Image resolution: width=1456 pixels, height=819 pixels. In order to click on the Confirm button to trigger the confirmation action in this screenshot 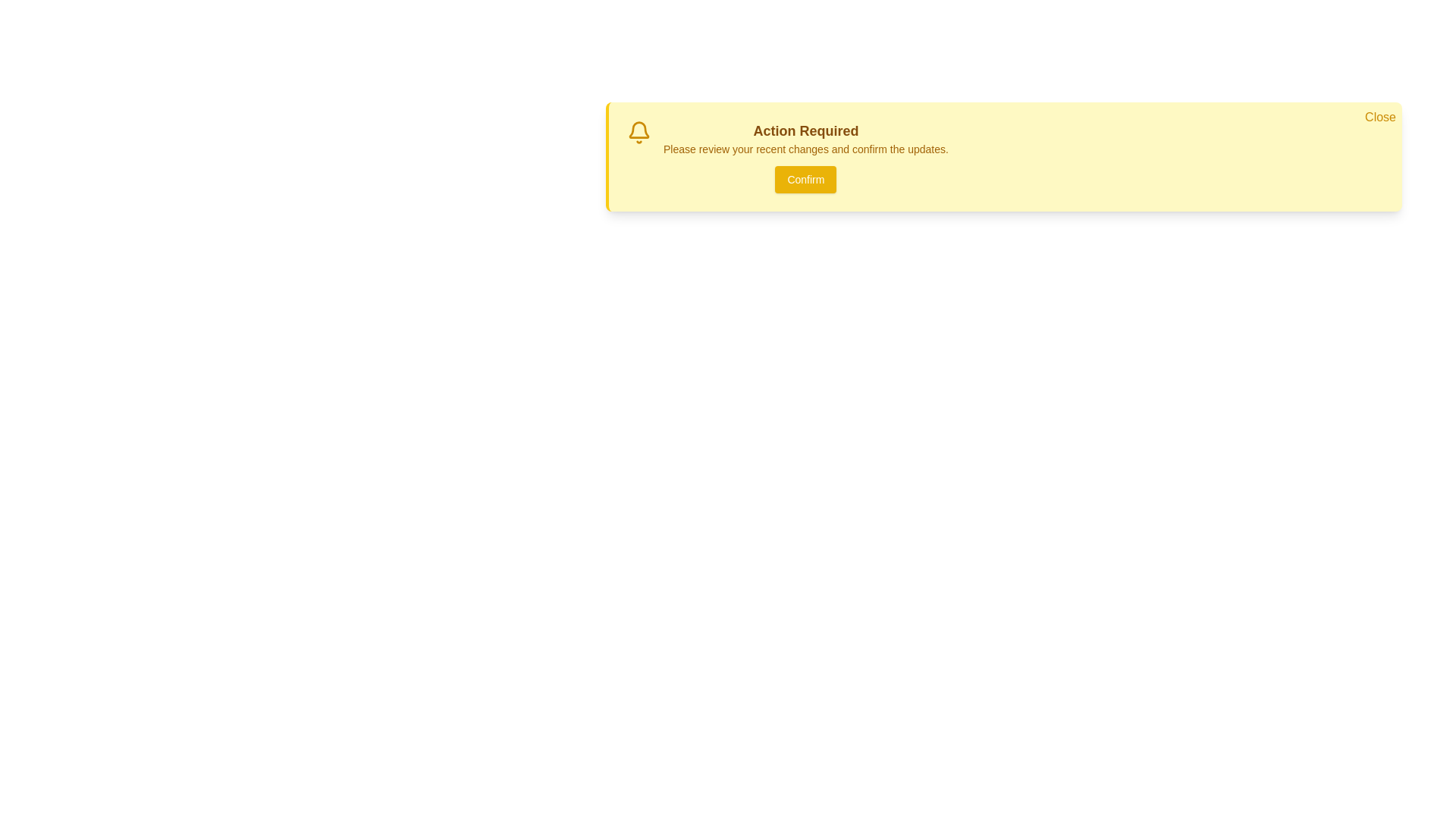, I will do `click(805, 178)`.